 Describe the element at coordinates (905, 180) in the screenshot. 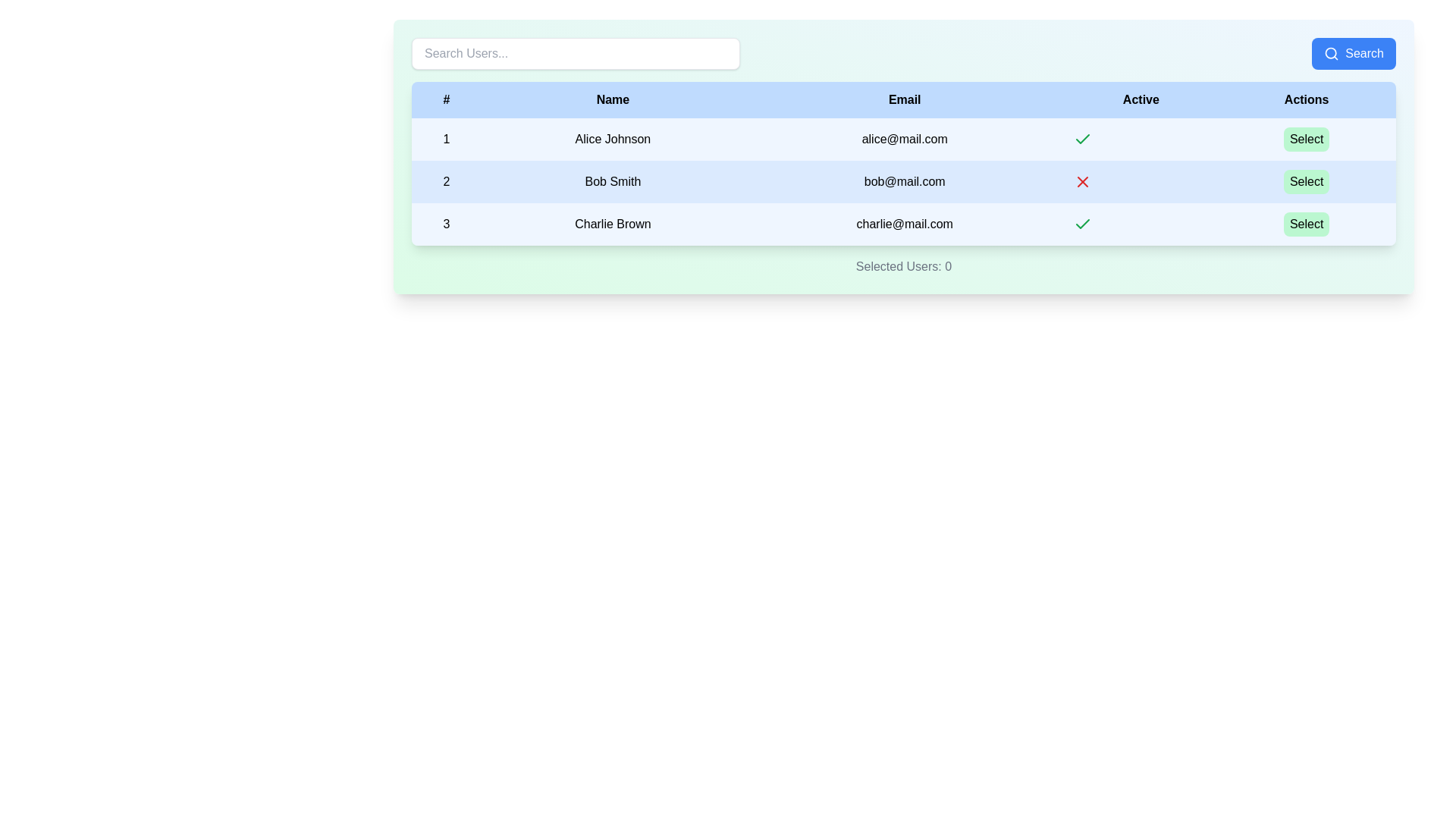

I see `the email address displayed in the third column of the second row, which is associated with 'Bob Smith' in the second column` at that location.